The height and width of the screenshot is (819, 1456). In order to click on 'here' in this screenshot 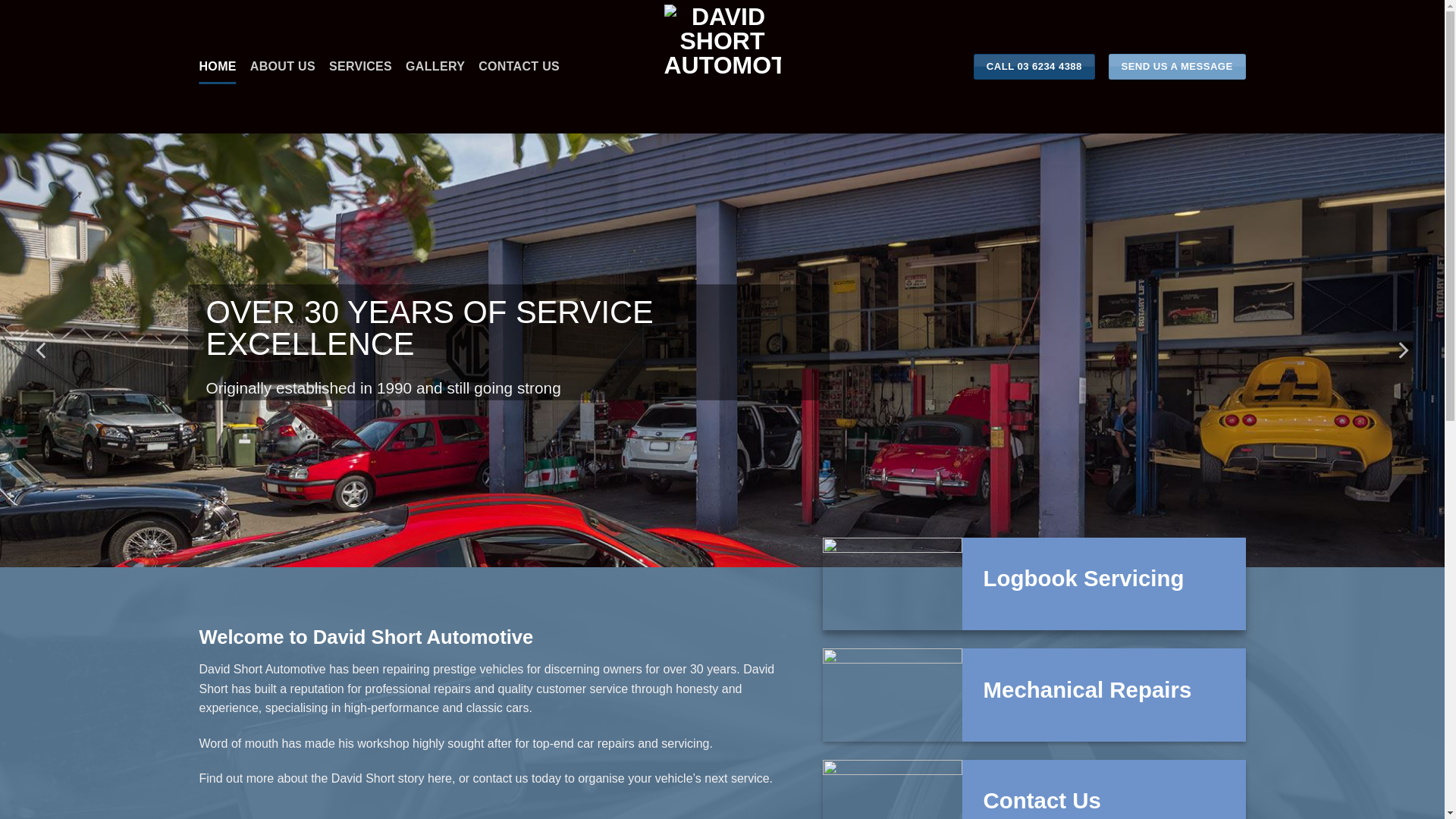, I will do `click(439, 778)`.